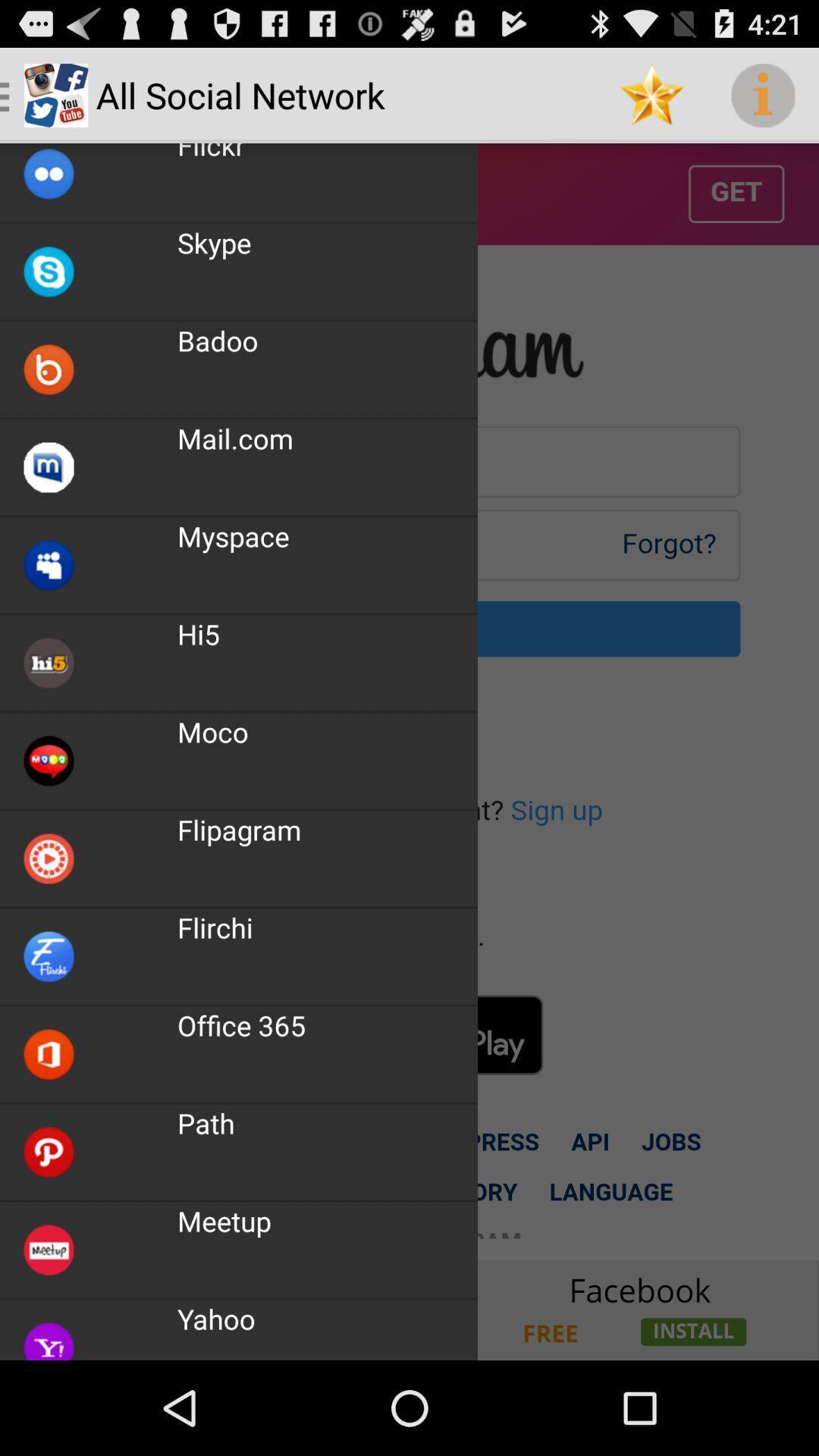 The width and height of the screenshot is (819, 1456). I want to click on the mail.com app, so click(235, 438).